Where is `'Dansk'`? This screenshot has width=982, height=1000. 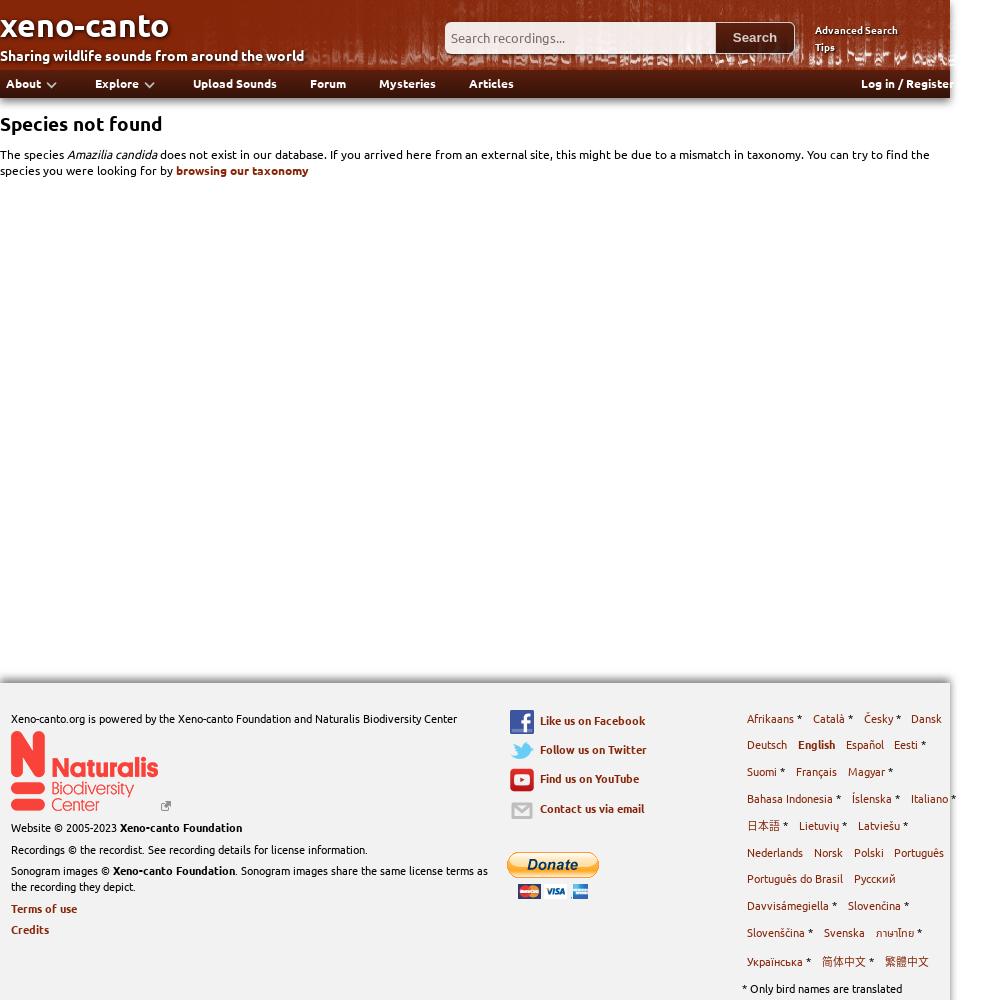 'Dansk' is located at coordinates (926, 716).